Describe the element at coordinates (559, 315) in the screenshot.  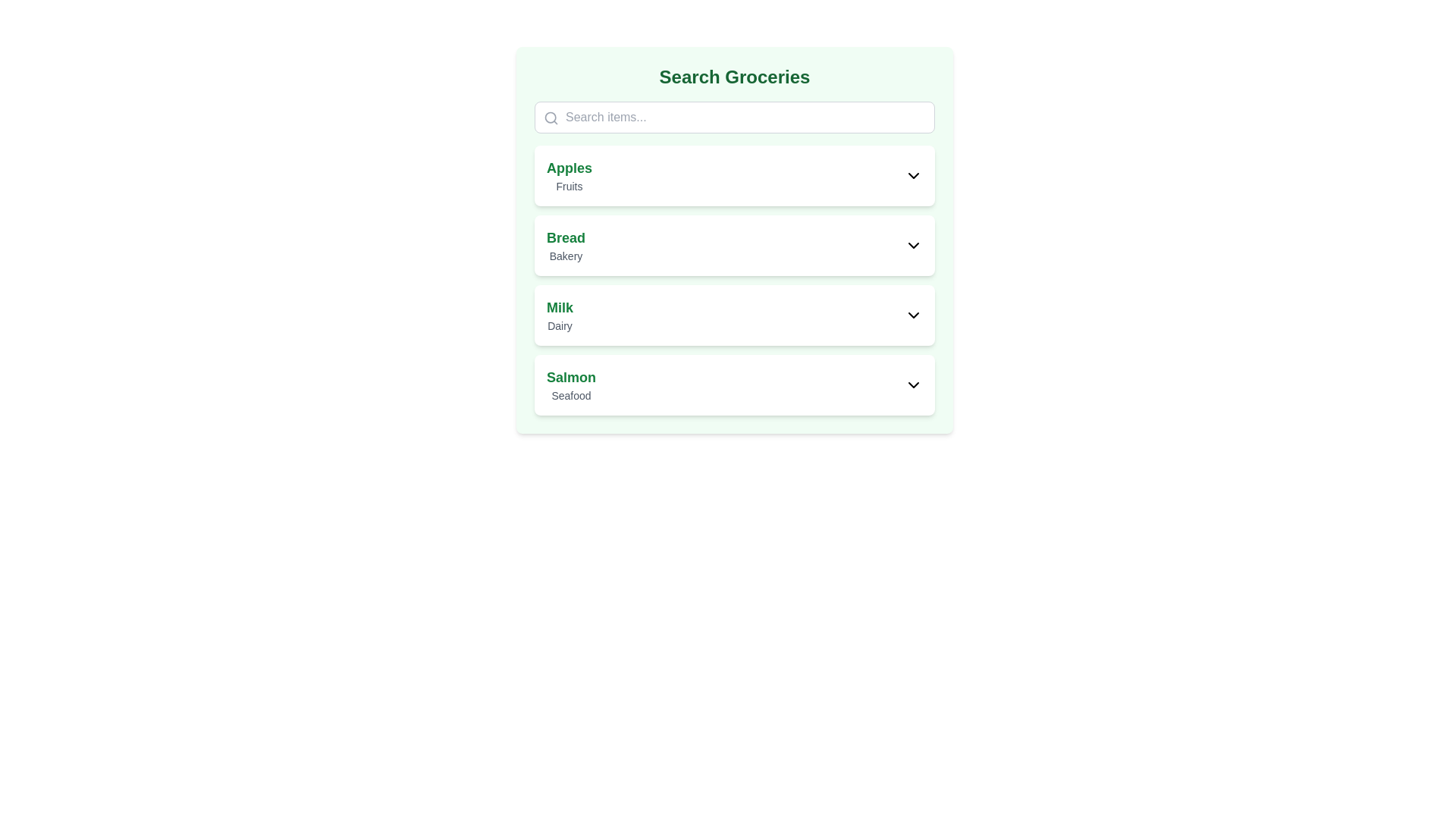
I see `the text label 'Milk' which is a descriptive label for the 'Dairy' category within the grocery list, positioned between 'Bread' and 'Salmon'` at that location.